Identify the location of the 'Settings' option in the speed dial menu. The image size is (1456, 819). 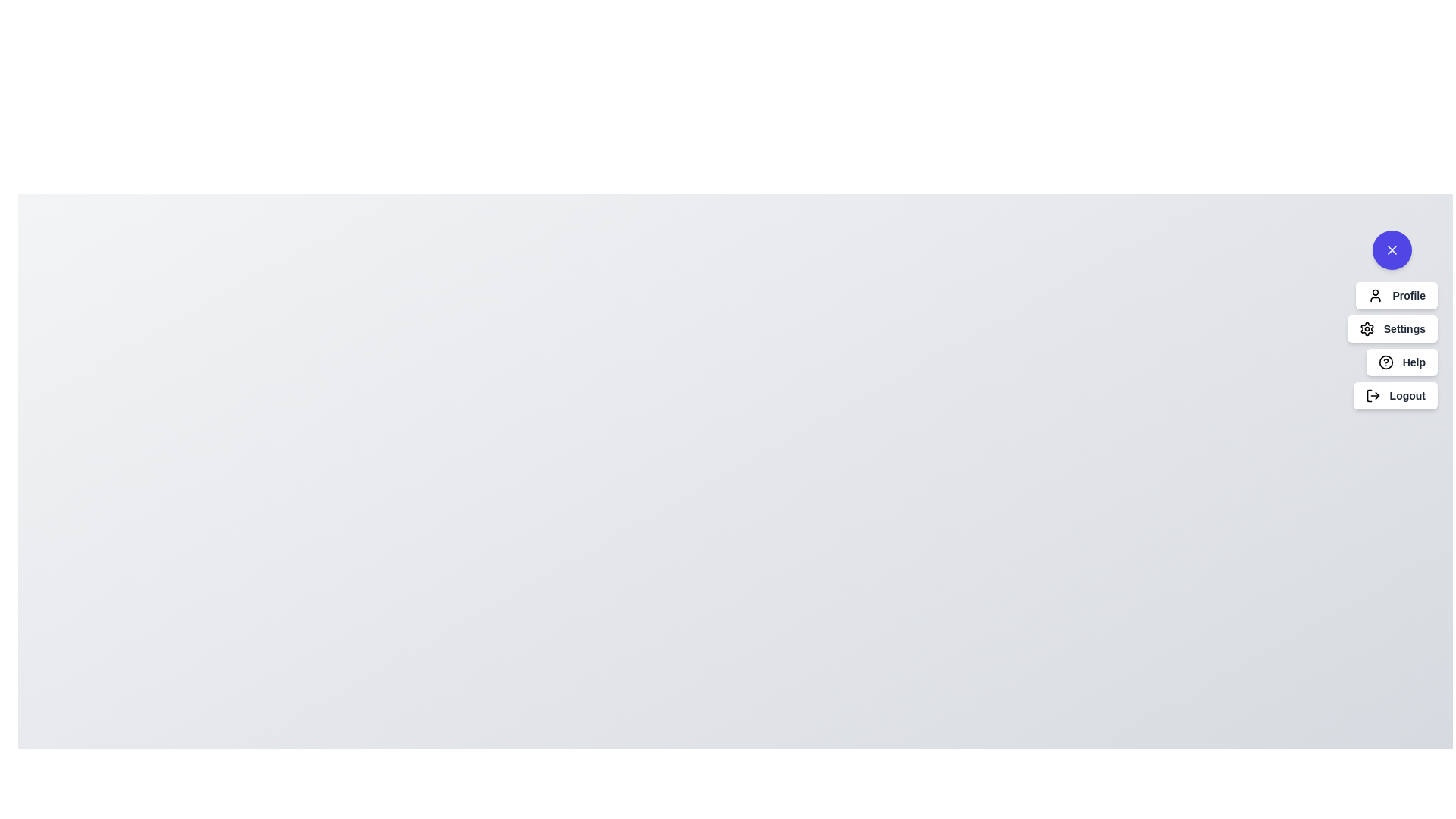
(1392, 328).